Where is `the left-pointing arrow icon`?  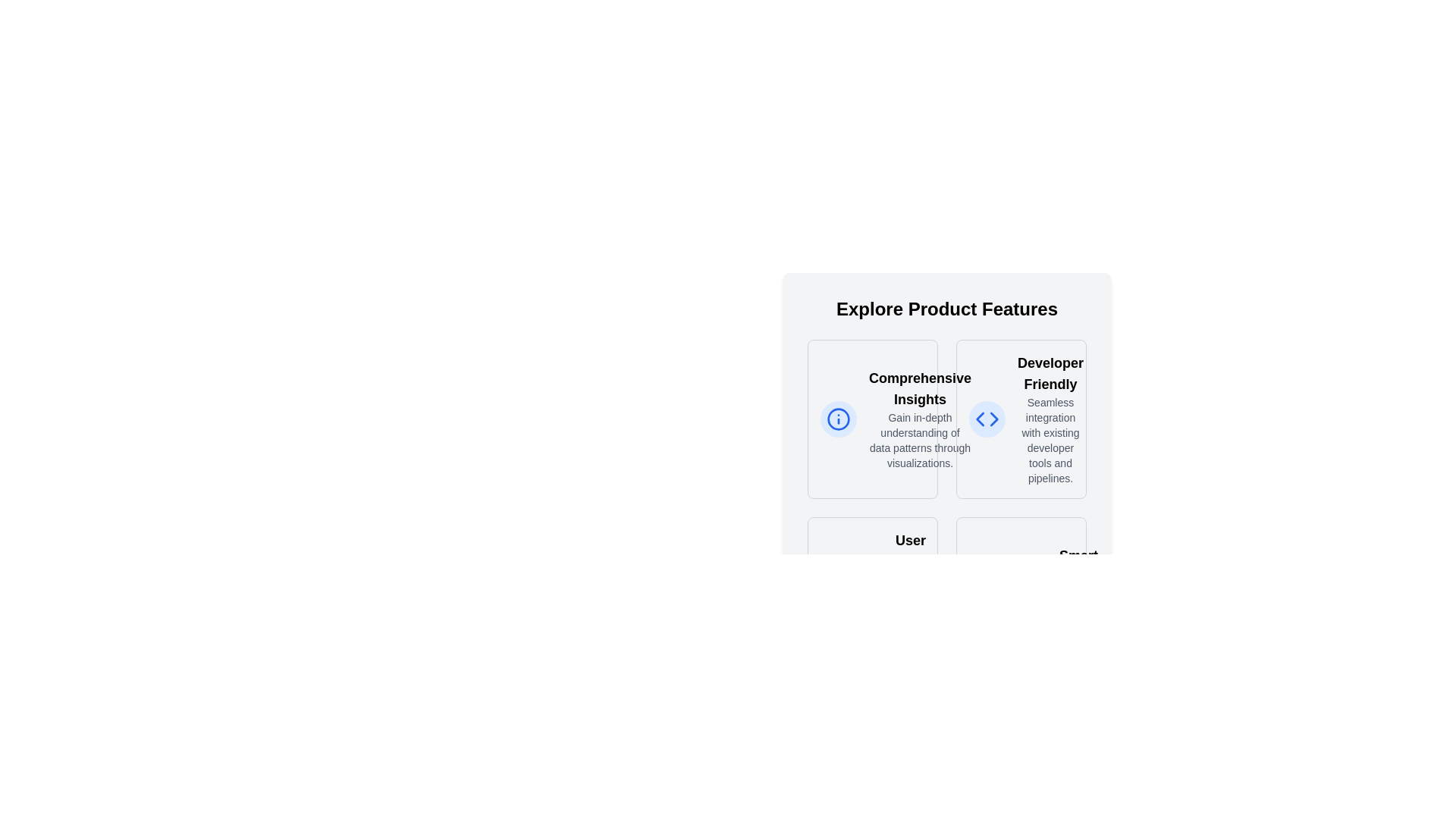 the left-pointing arrow icon is located at coordinates (979, 419).